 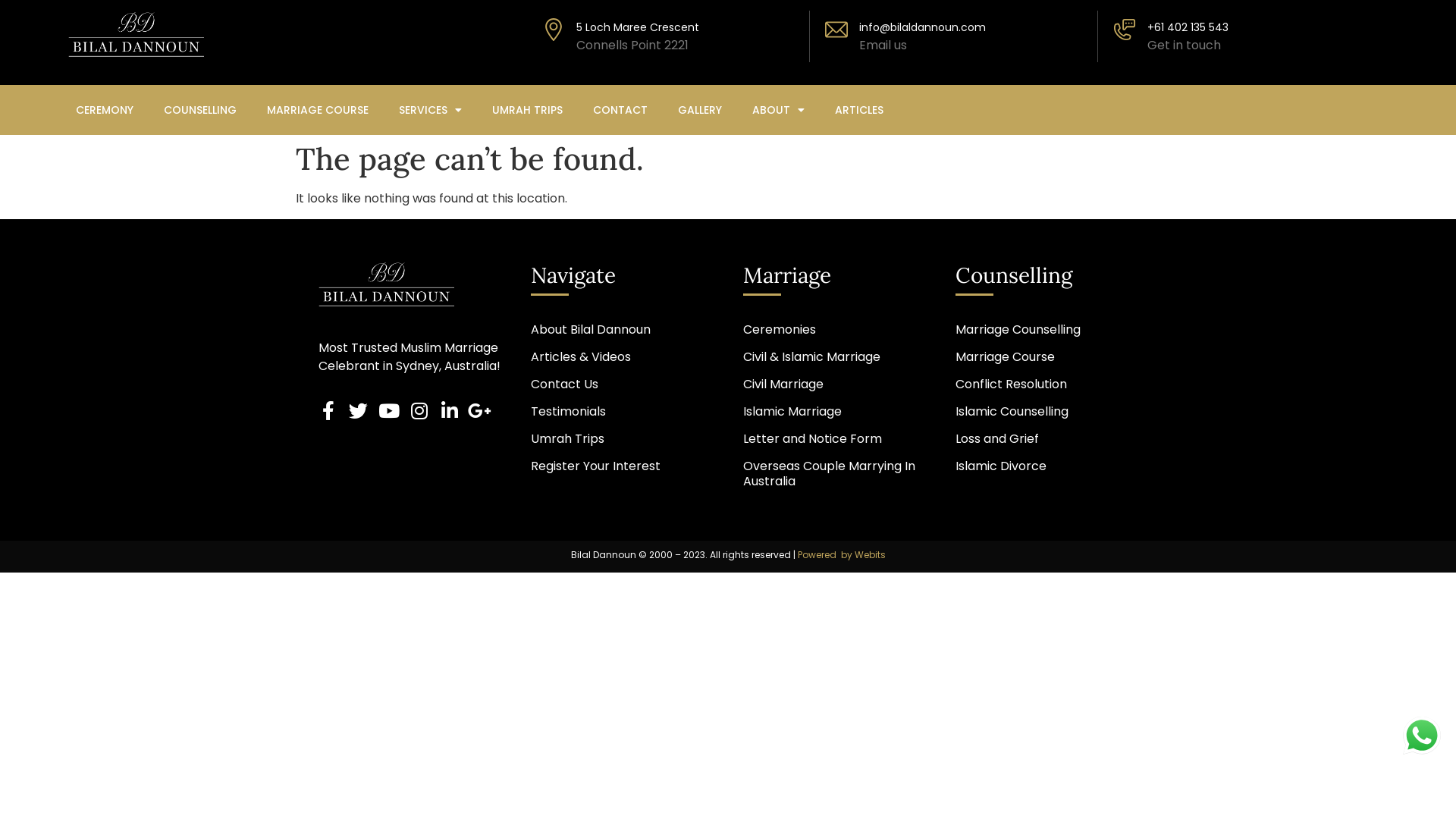 I want to click on 'Loss and Grief', so click(x=1046, y=438).